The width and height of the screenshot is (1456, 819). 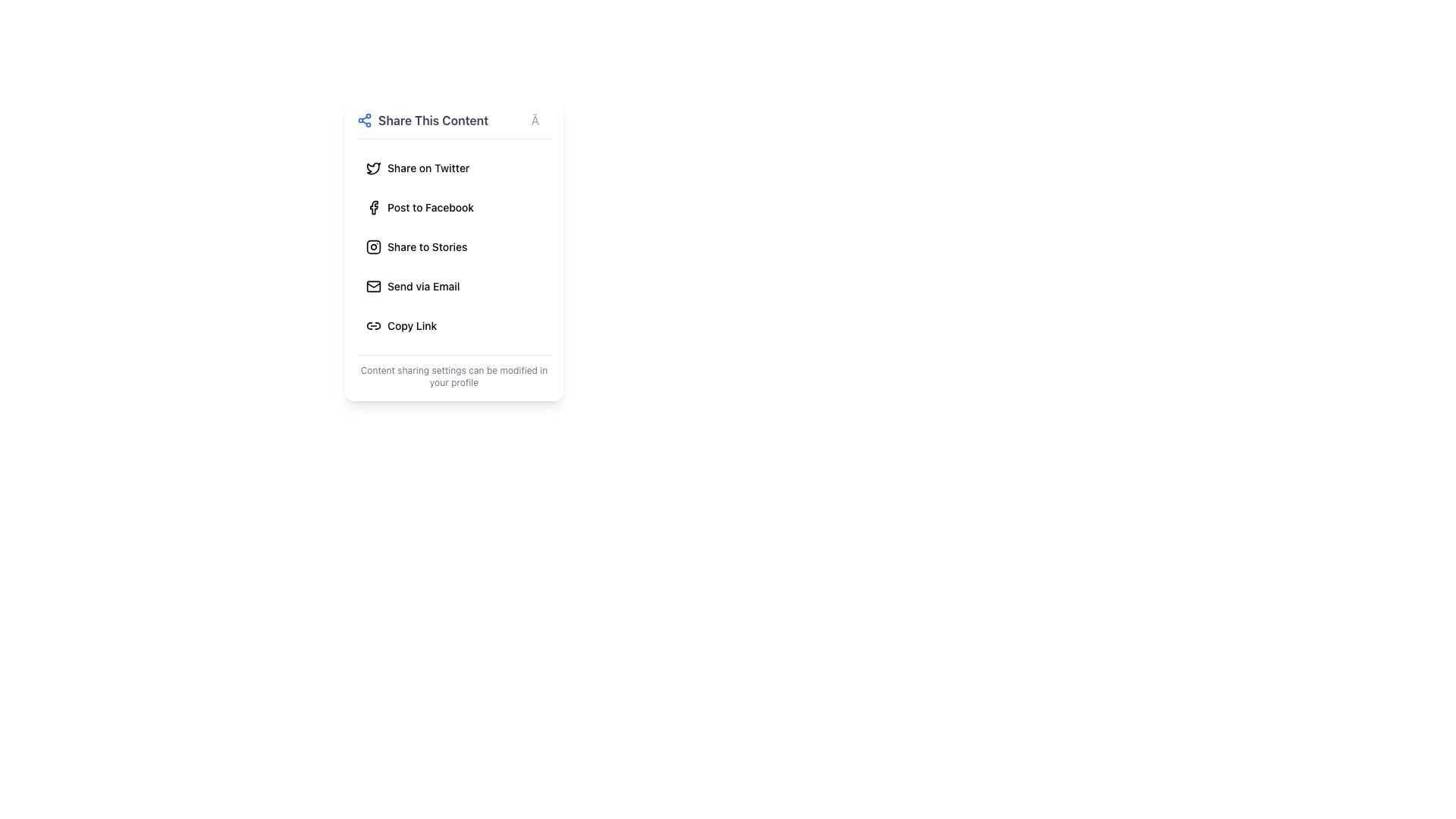 What do you see at coordinates (423, 287) in the screenshot?
I see `the email sharing label that indicates the action of sharing content via email, positioned in a vertical list of sharing actions, following 'Share to Stories' and preceding 'Copy Link'` at bounding box center [423, 287].